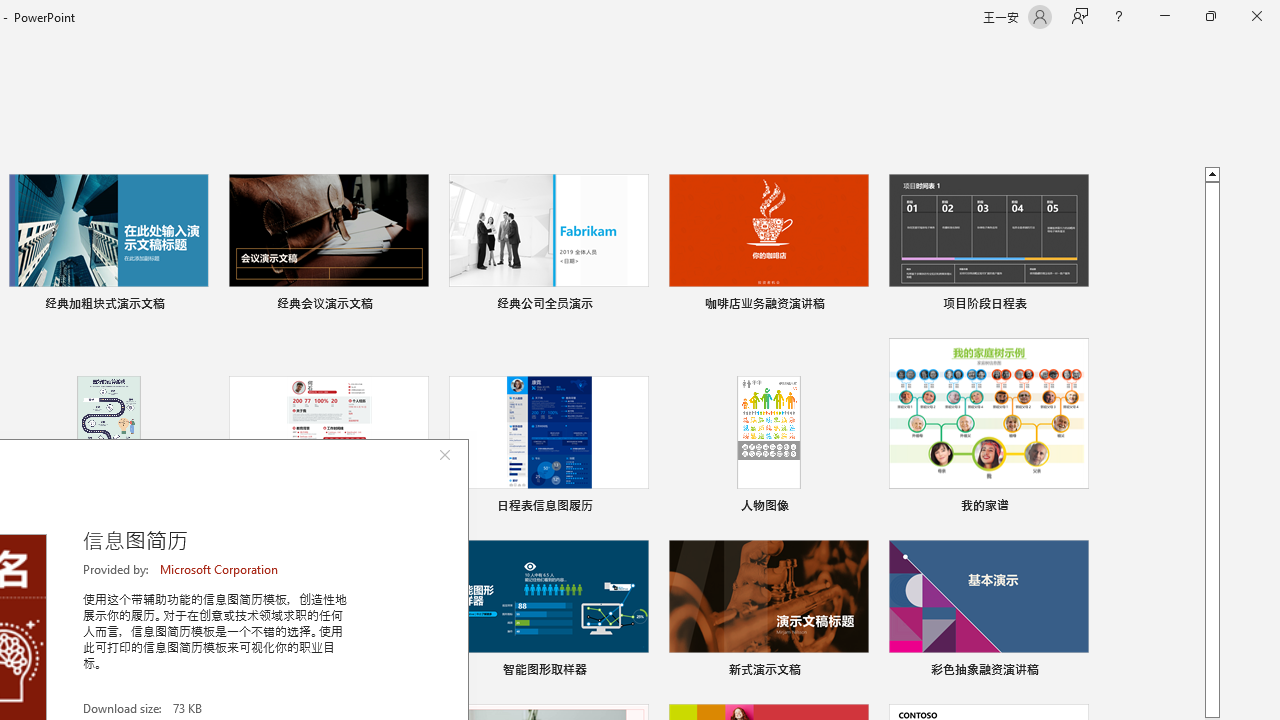 This screenshot has height=720, width=1280. I want to click on 'Microsoft Corporation', so click(220, 569).